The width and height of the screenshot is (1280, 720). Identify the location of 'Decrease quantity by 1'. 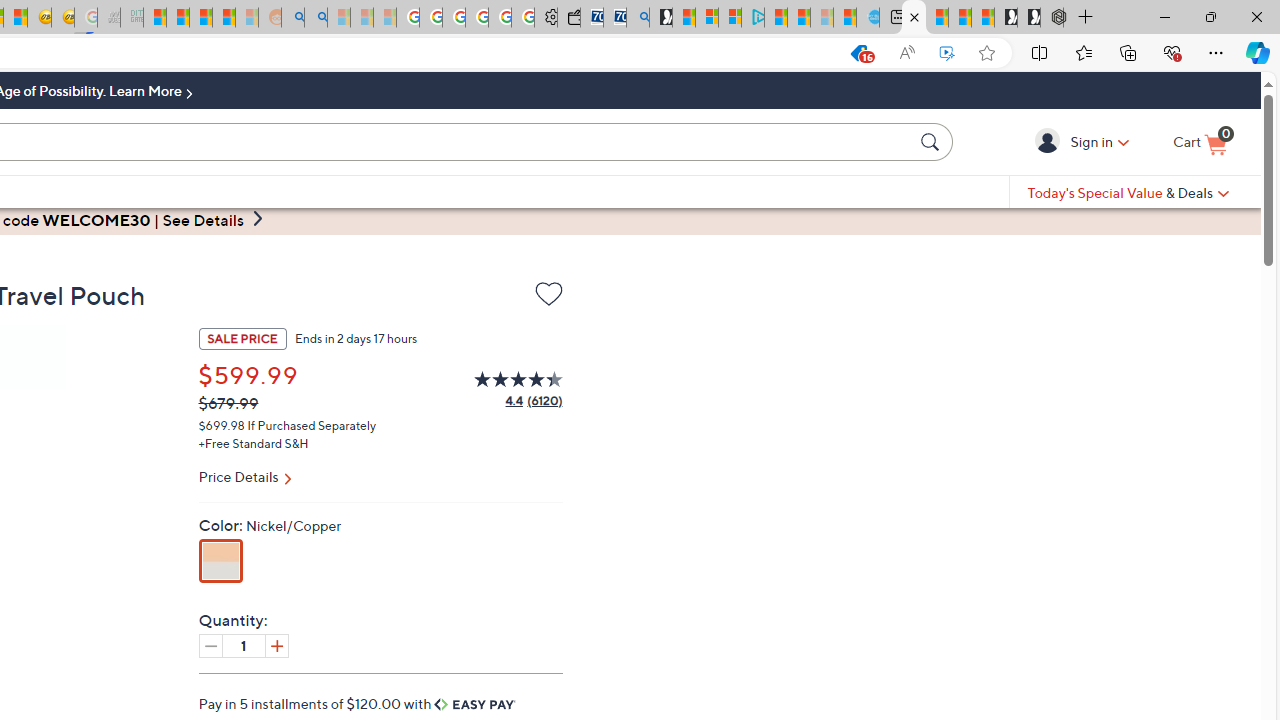
(210, 645).